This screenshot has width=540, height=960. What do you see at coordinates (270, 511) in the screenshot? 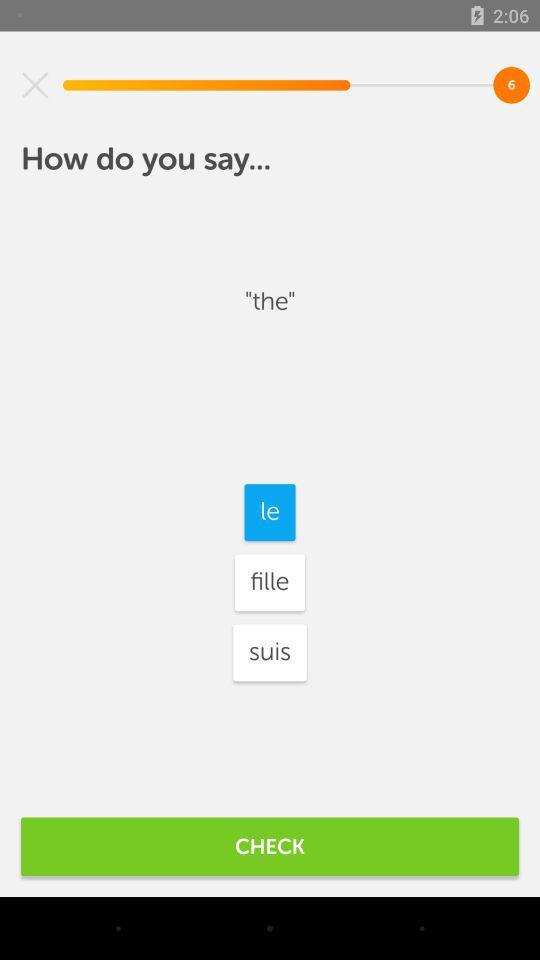
I see `le item` at bounding box center [270, 511].